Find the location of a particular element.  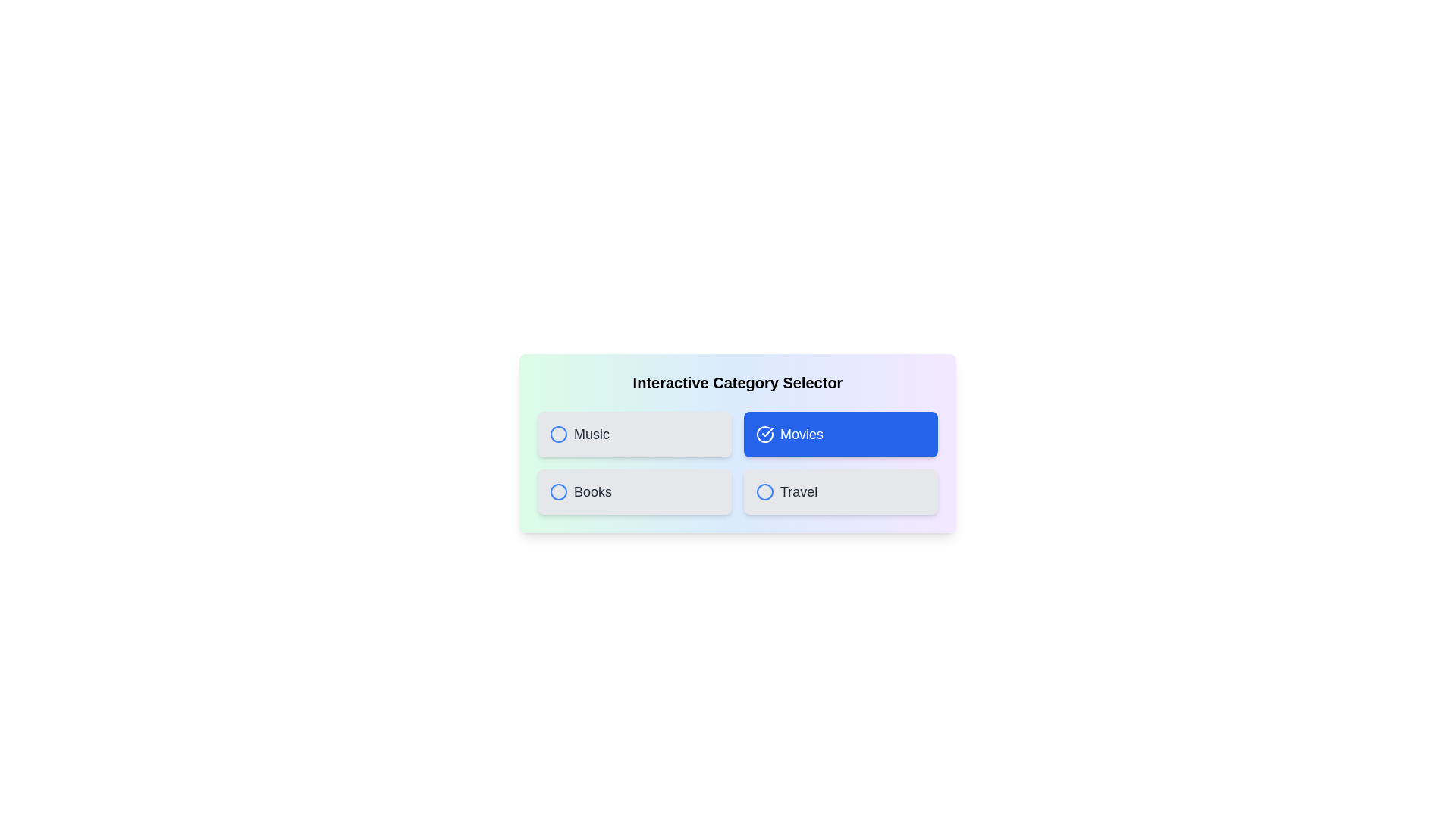

the category Music to observe the hover effect is located at coordinates (634, 435).